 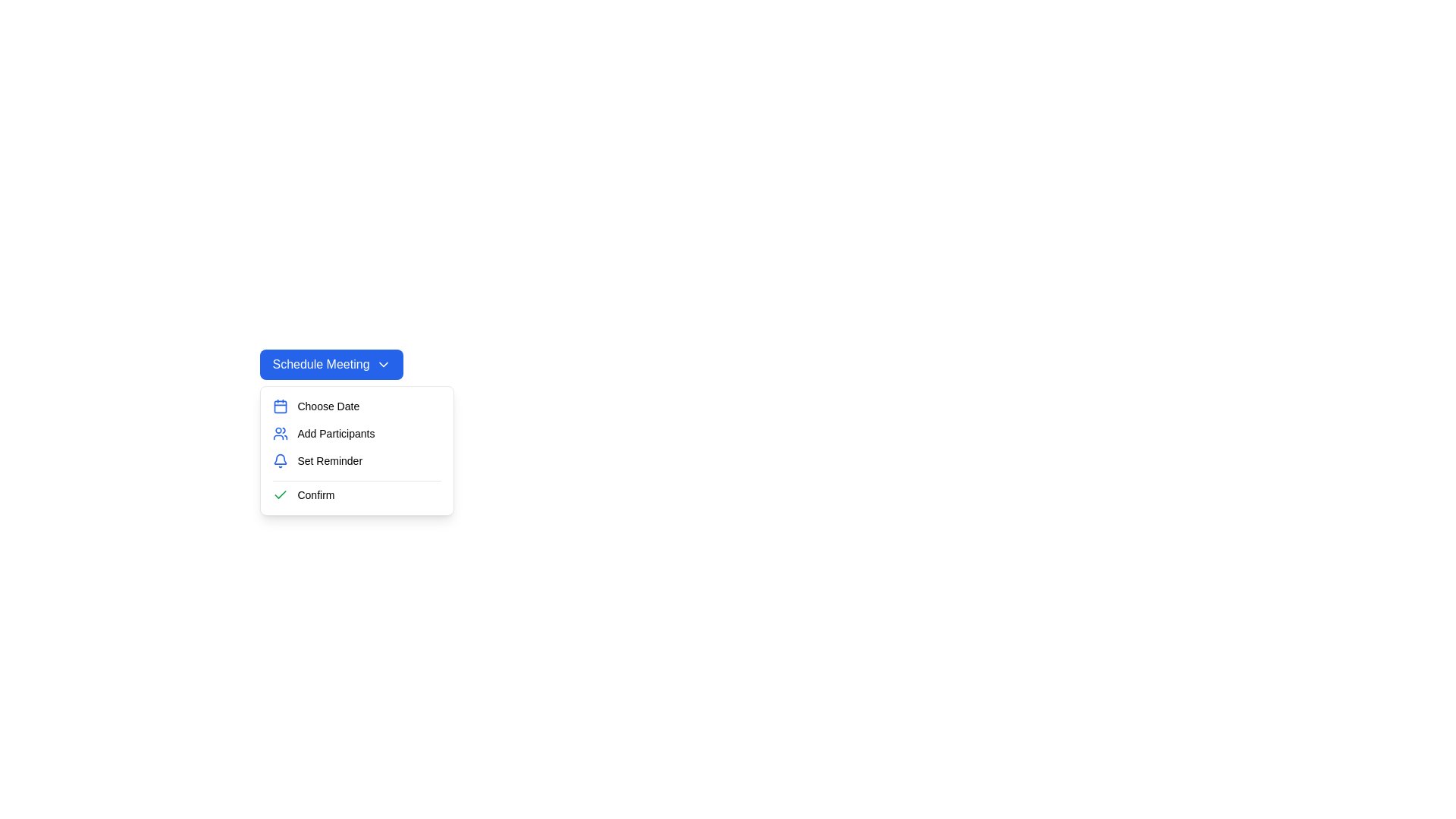 What do you see at coordinates (356, 450) in the screenshot?
I see `the third item` at bounding box center [356, 450].